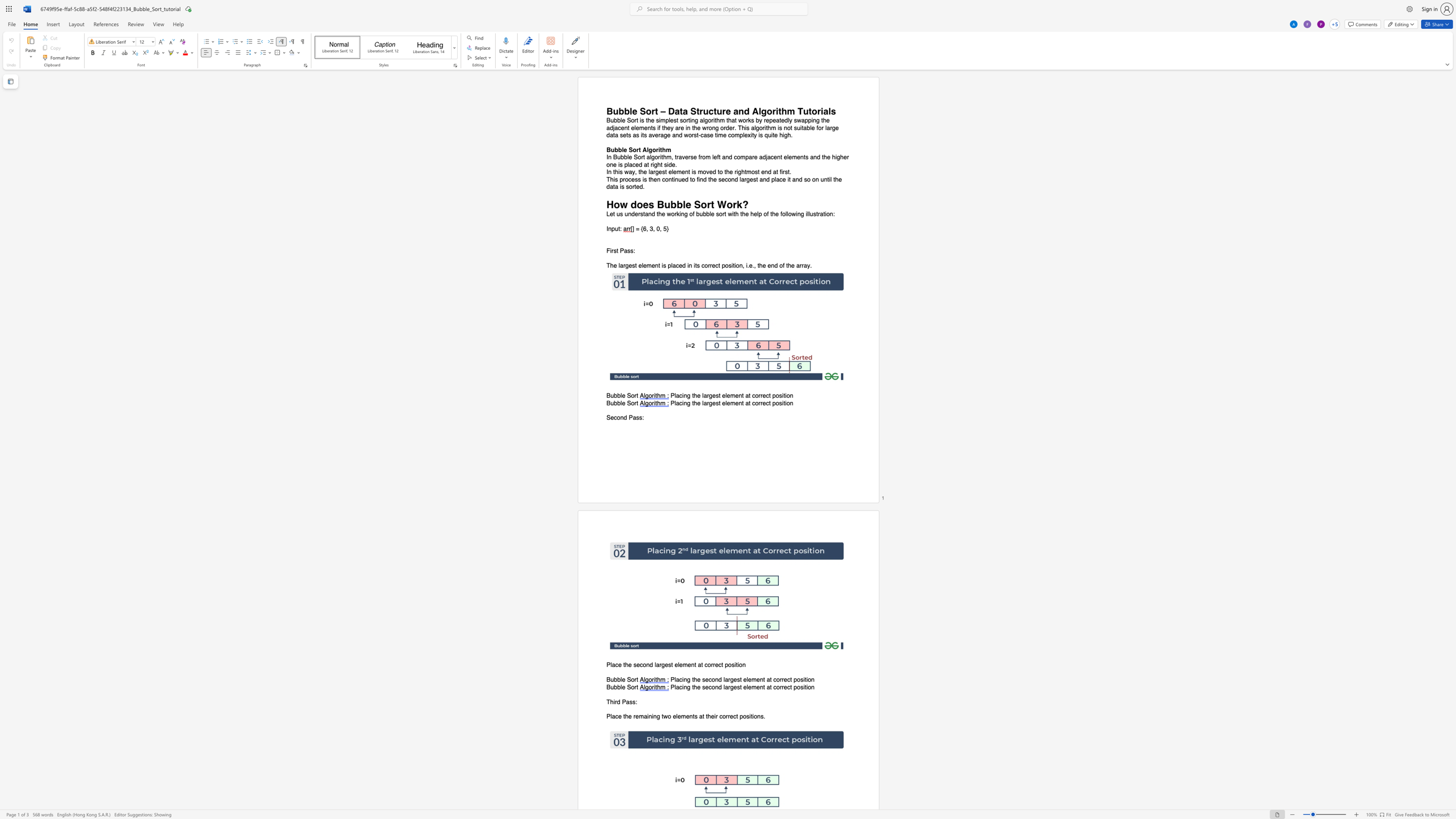 Image resolution: width=1456 pixels, height=819 pixels. I want to click on the 1th character "r" in the text, so click(635, 687).